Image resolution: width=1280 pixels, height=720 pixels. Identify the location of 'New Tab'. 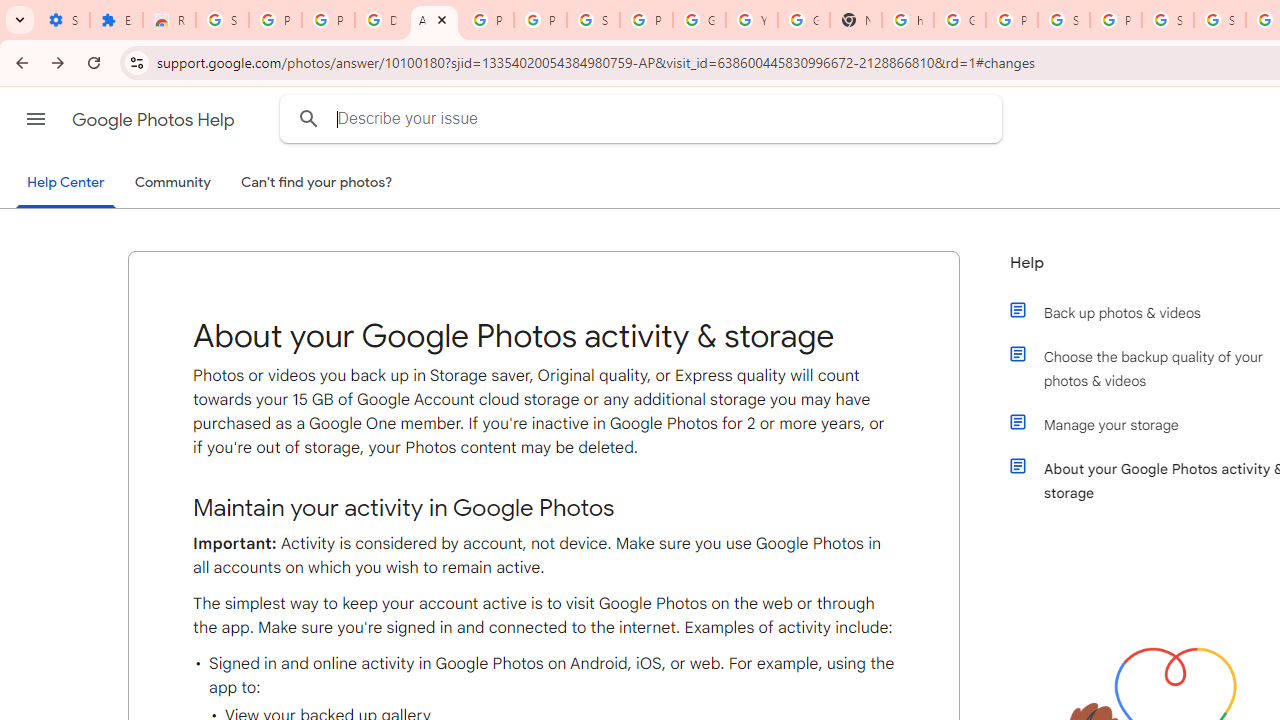
(855, 20).